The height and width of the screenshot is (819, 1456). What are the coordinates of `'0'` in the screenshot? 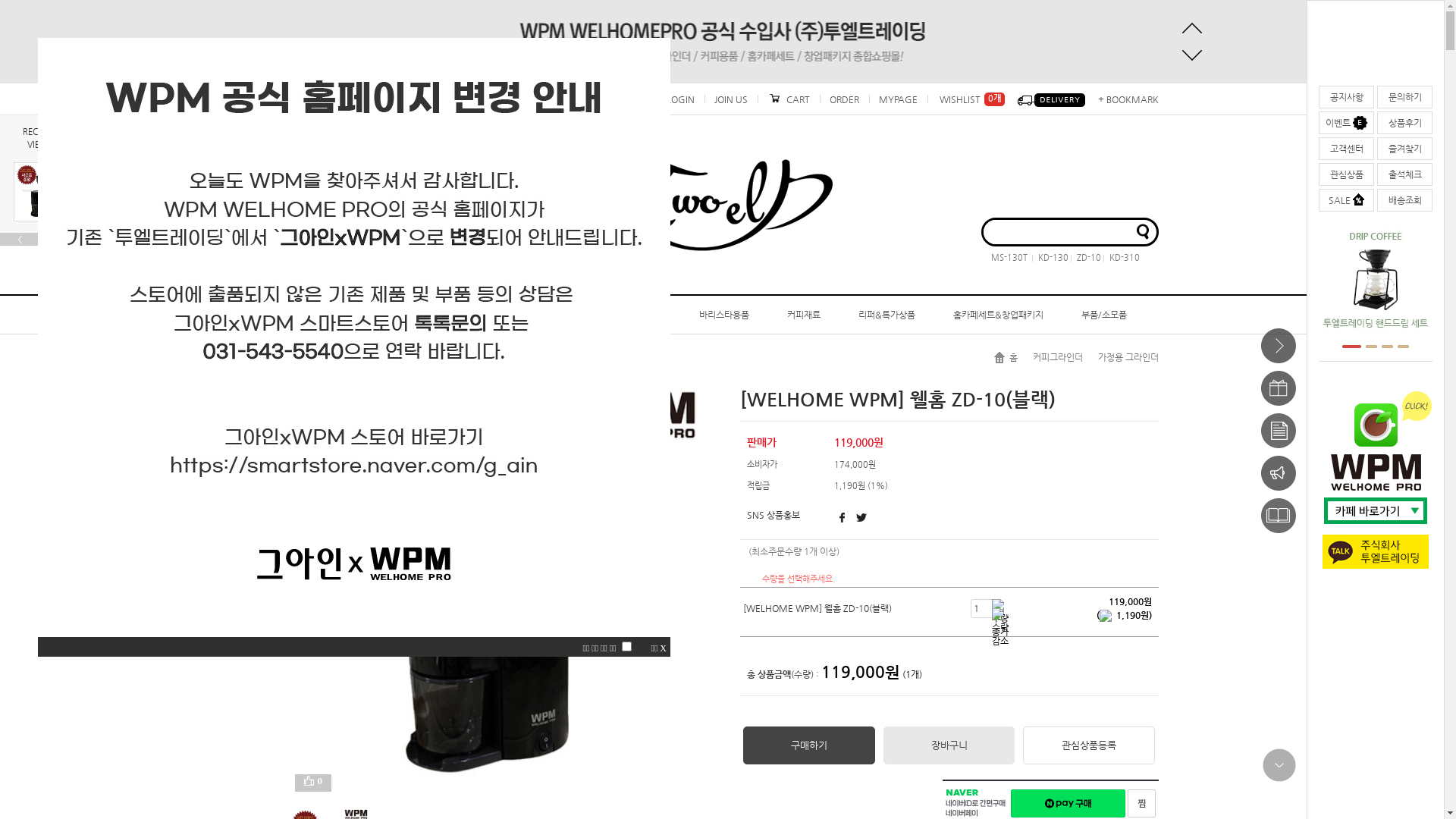 It's located at (316, 783).